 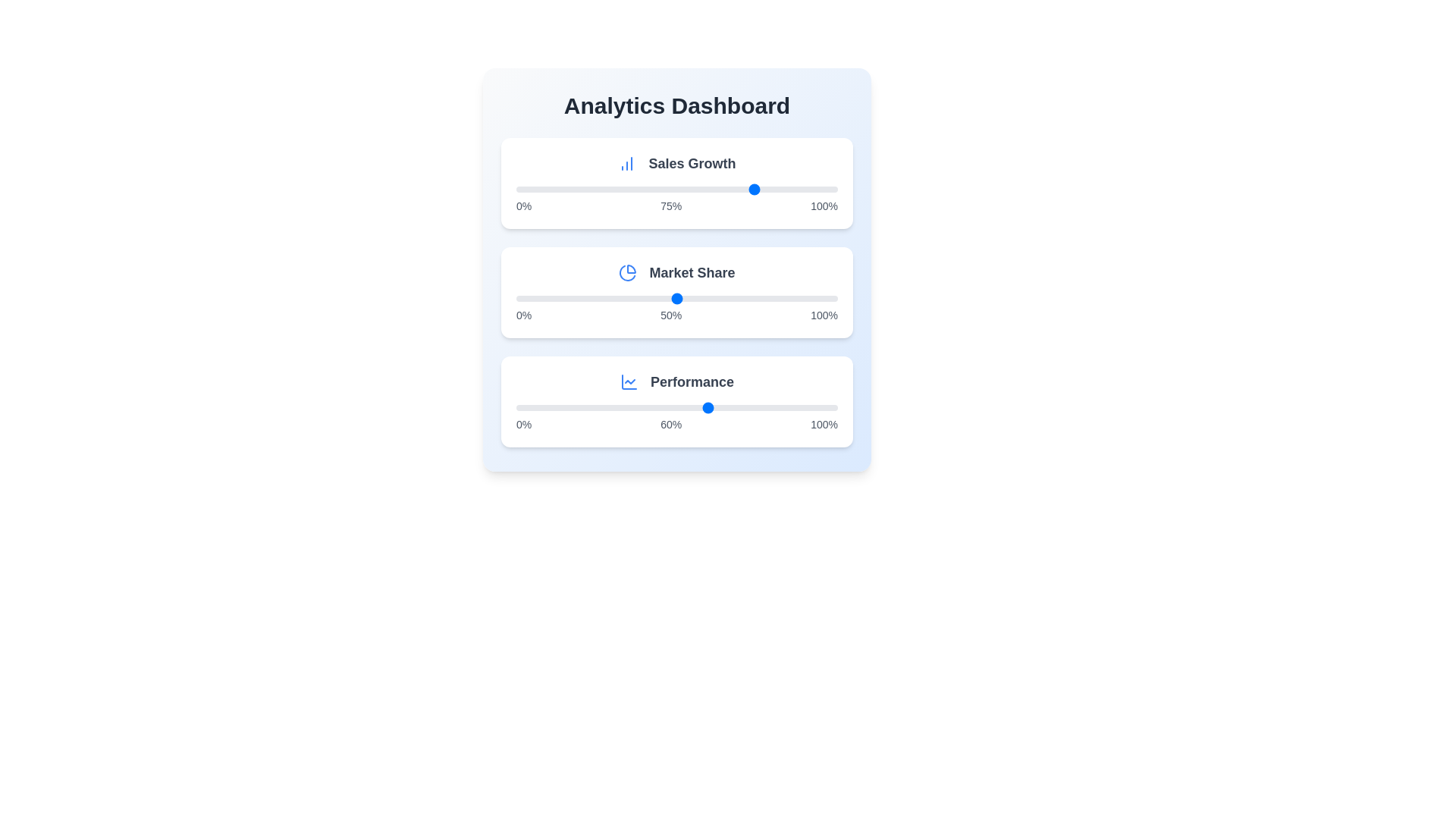 I want to click on the 'Sales Growth' slider to 27%, so click(x=602, y=189).